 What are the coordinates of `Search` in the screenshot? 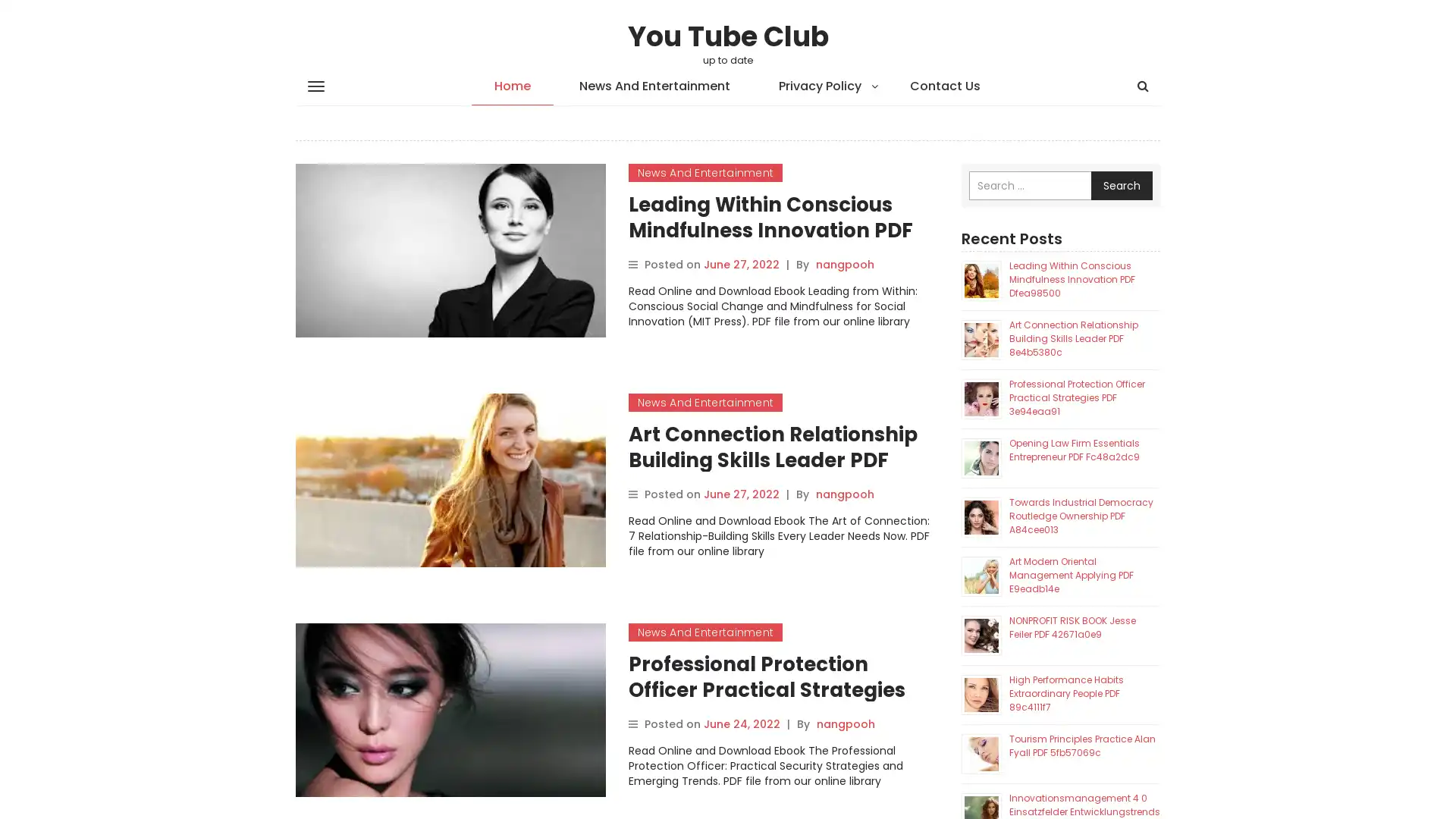 It's located at (1122, 185).